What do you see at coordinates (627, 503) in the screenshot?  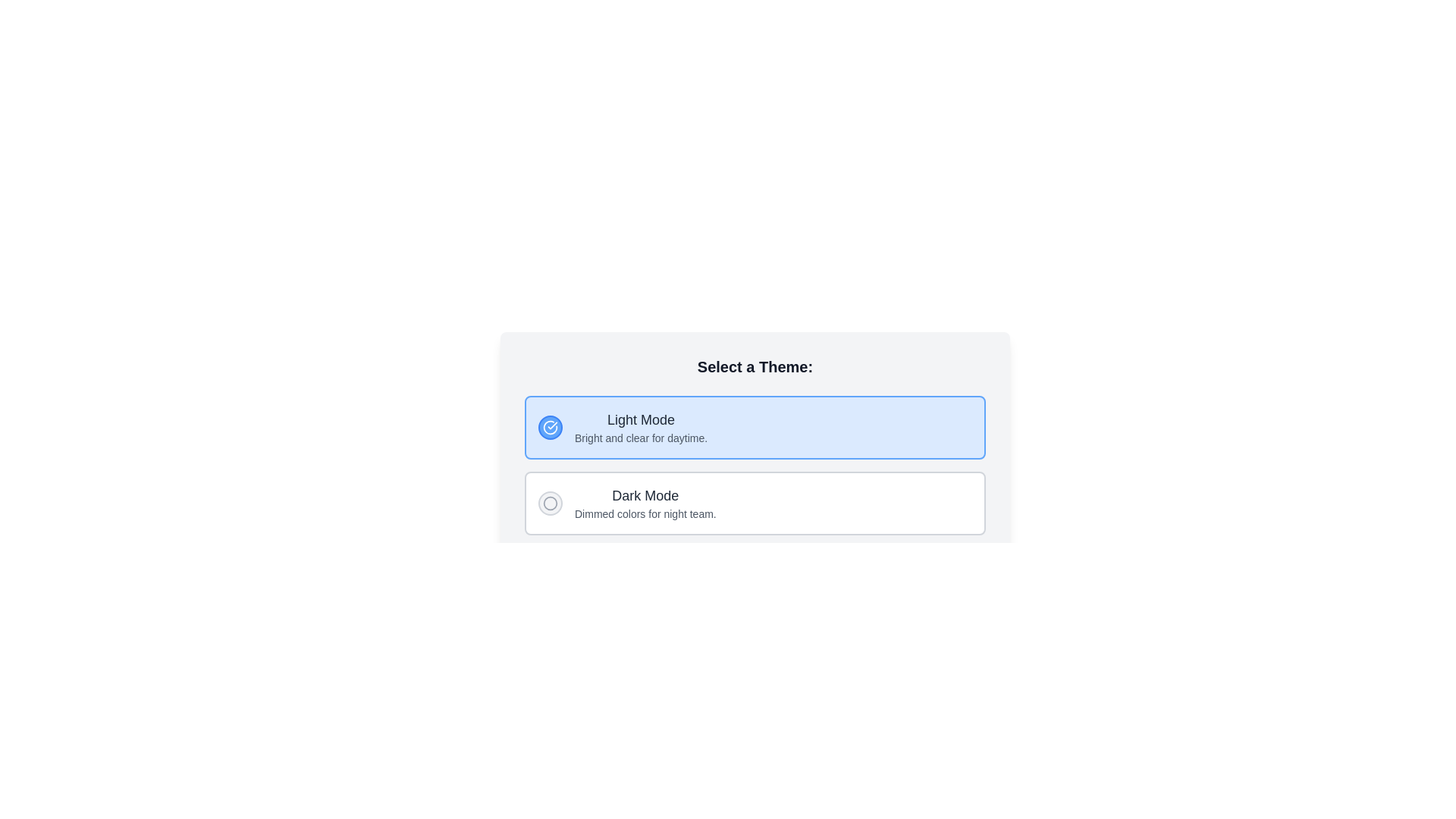 I see `the 'Dark Mode' option in the 'Select a Theme' layout, which is located below the 'Light Mode' option and features an icon on the left with text on the right` at bounding box center [627, 503].